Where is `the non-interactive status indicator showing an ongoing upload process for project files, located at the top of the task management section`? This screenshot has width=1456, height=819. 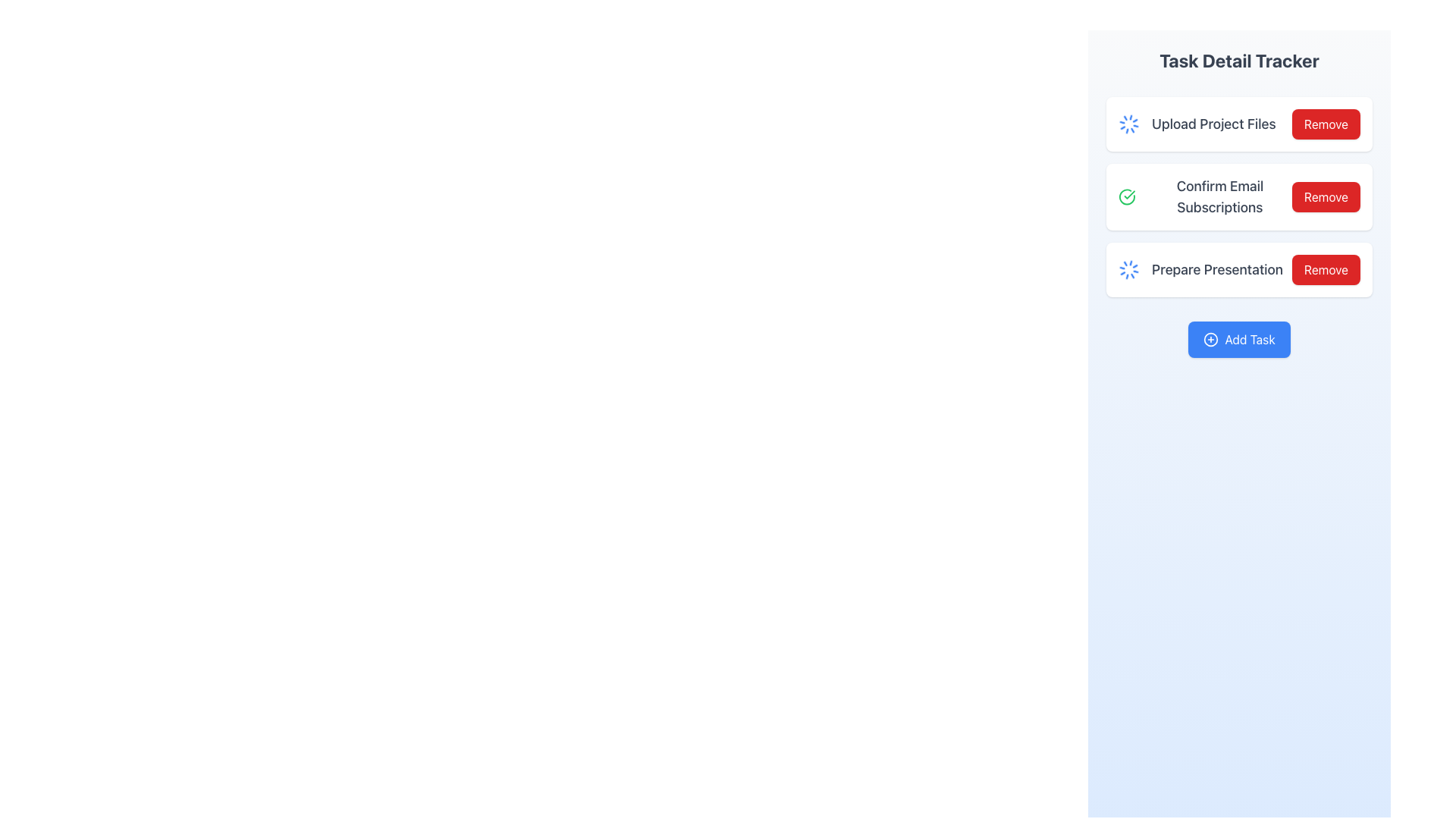 the non-interactive status indicator showing an ongoing upload process for project files, located at the top of the task management section is located at coordinates (1196, 124).